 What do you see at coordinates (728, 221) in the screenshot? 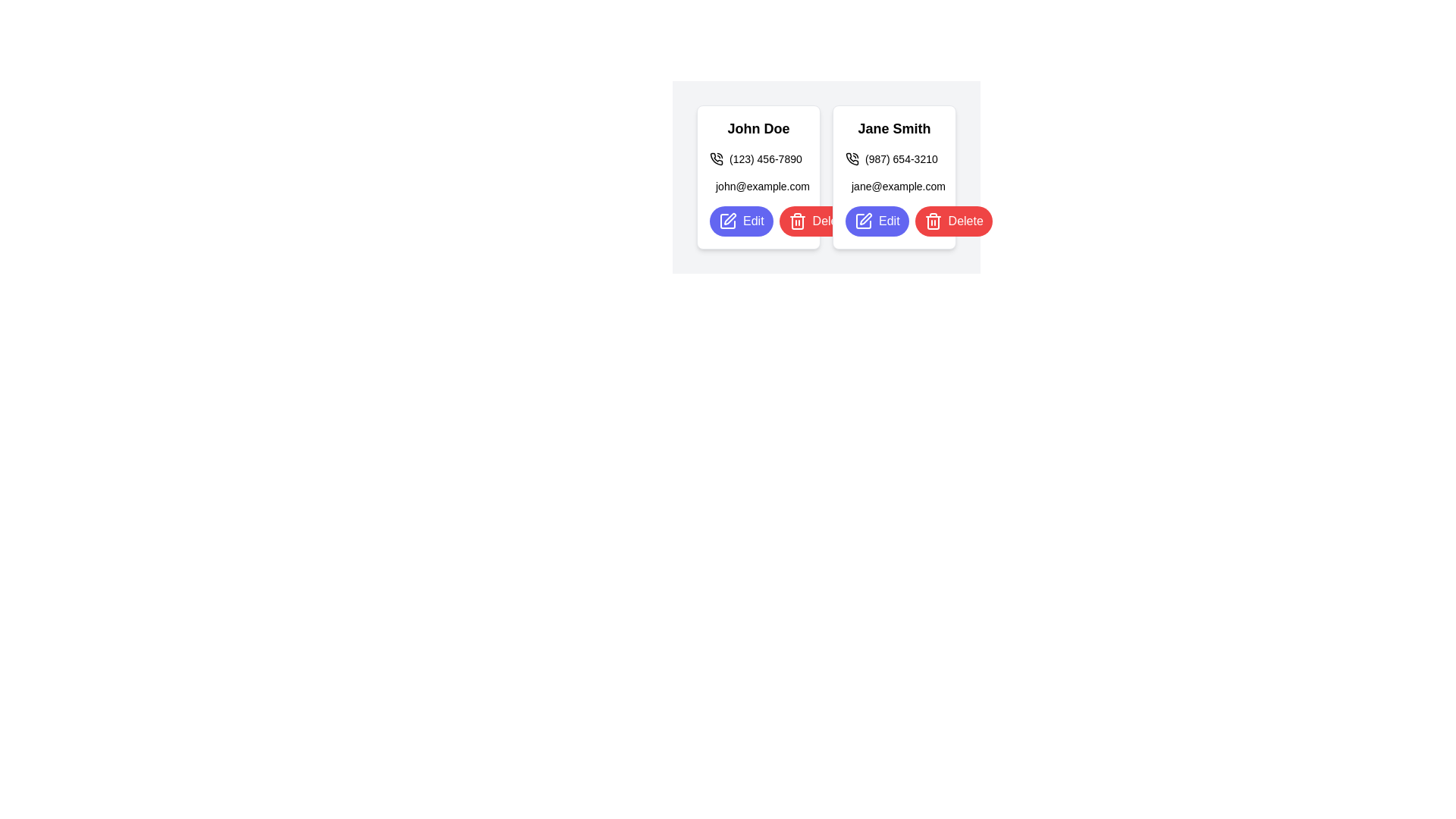
I see `the edit icon located to the left of the text 'Edit' in the button component beneath the contact card titled 'John Doe'` at bounding box center [728, 221].